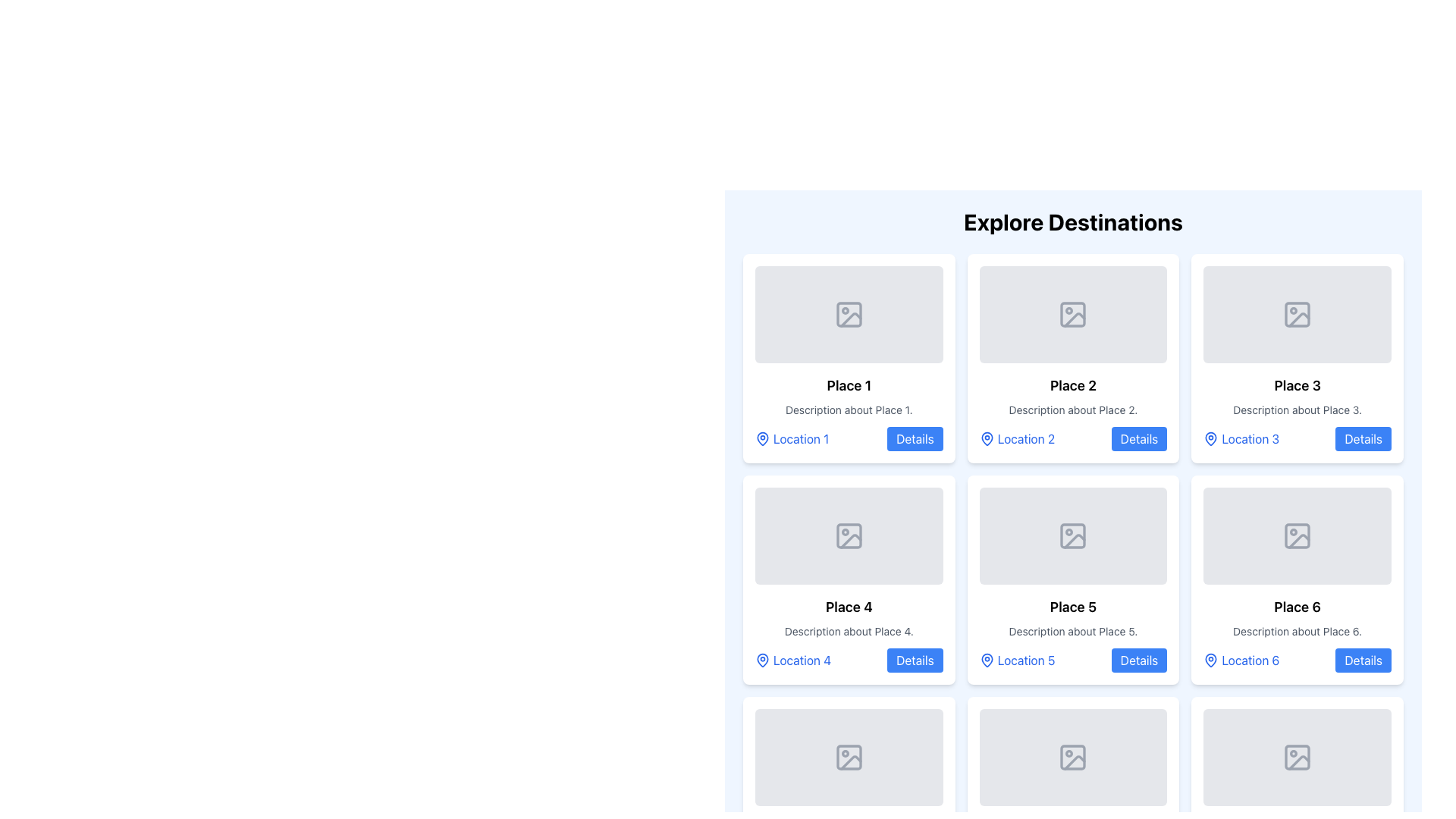 The width and height of the screenshot is (1456, 819). Describe the element at coordinates (1297, 535) in the screenshot. I see `the image placeholder icon within the card for 'Place 6' located in the third row and second column of the grid` at that location.